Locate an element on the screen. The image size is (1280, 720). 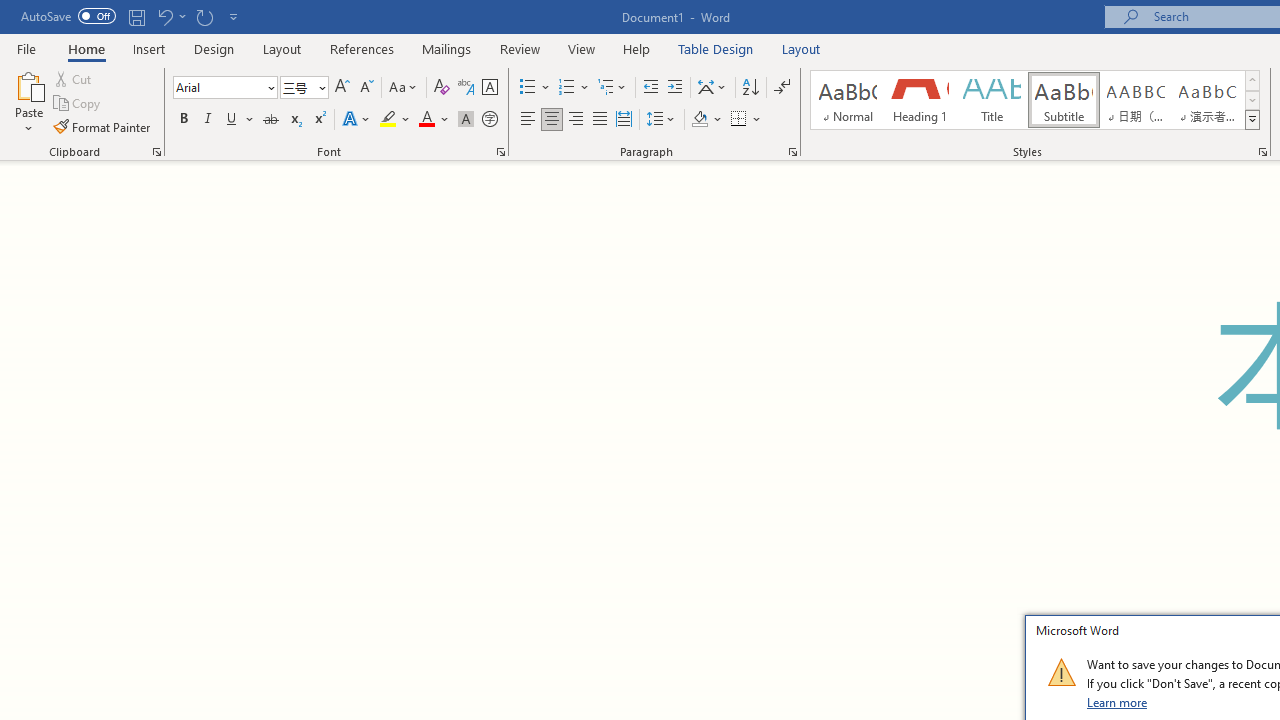
'Character Shading' is located at coordinates (464, 119).